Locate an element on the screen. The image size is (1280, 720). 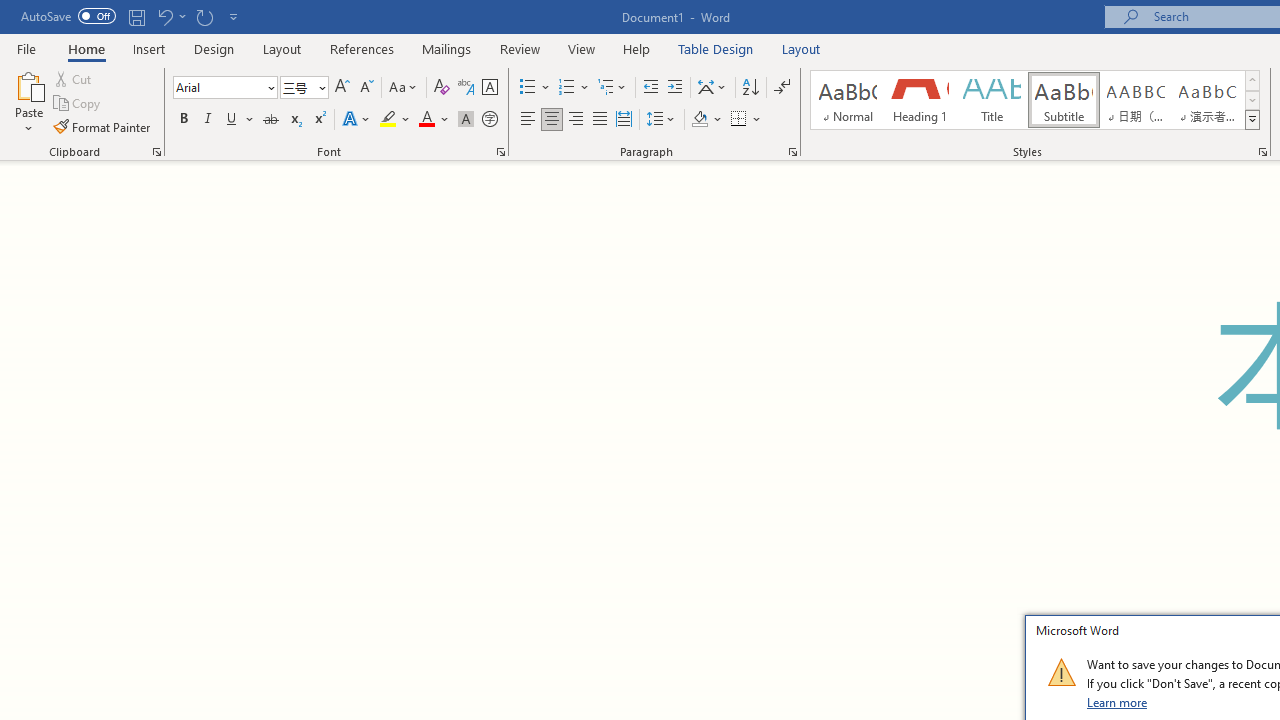
'Character Shading' is located at coordinates (464, 119).